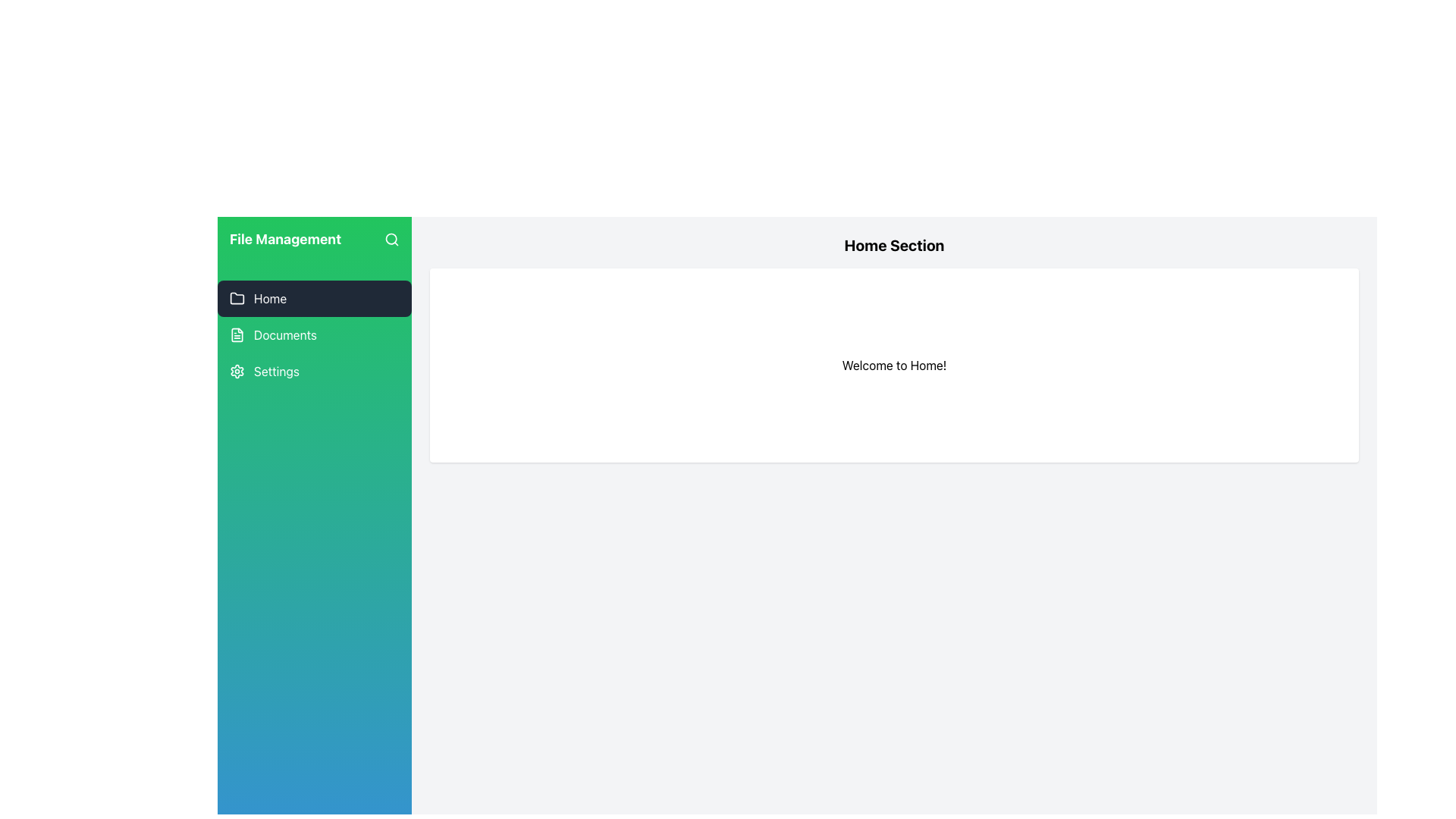 Image resolution: width=1456 pixels, height=819 pixels. What do you see at coordinates (392, 239) in the screenshot?
I see `the search icon (magnifying glass) located at the far right end of the green background area in the 'File Management' section` at bounding box center [392, 239].